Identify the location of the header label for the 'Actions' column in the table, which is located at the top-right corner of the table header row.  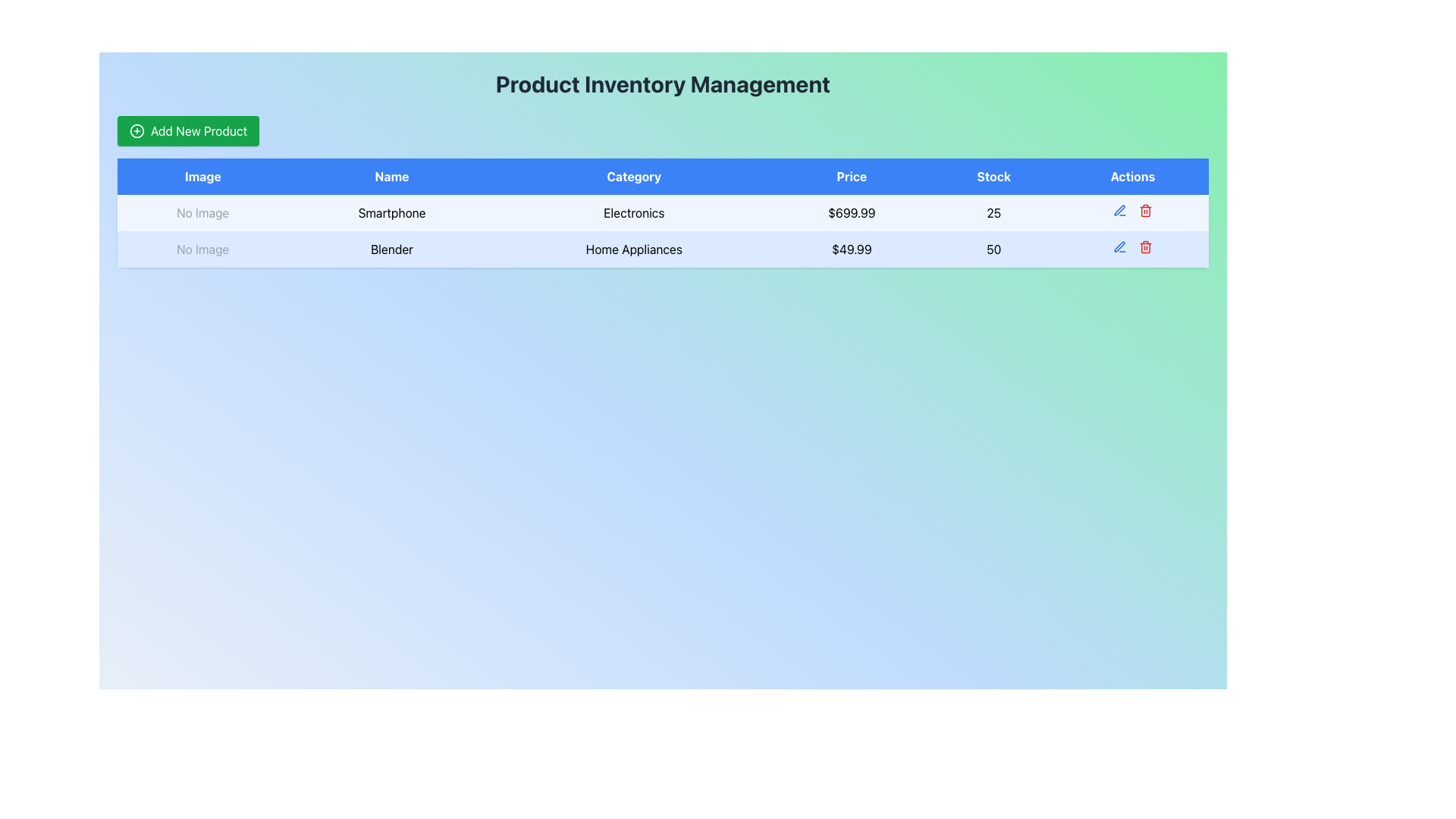
(1132, 175).